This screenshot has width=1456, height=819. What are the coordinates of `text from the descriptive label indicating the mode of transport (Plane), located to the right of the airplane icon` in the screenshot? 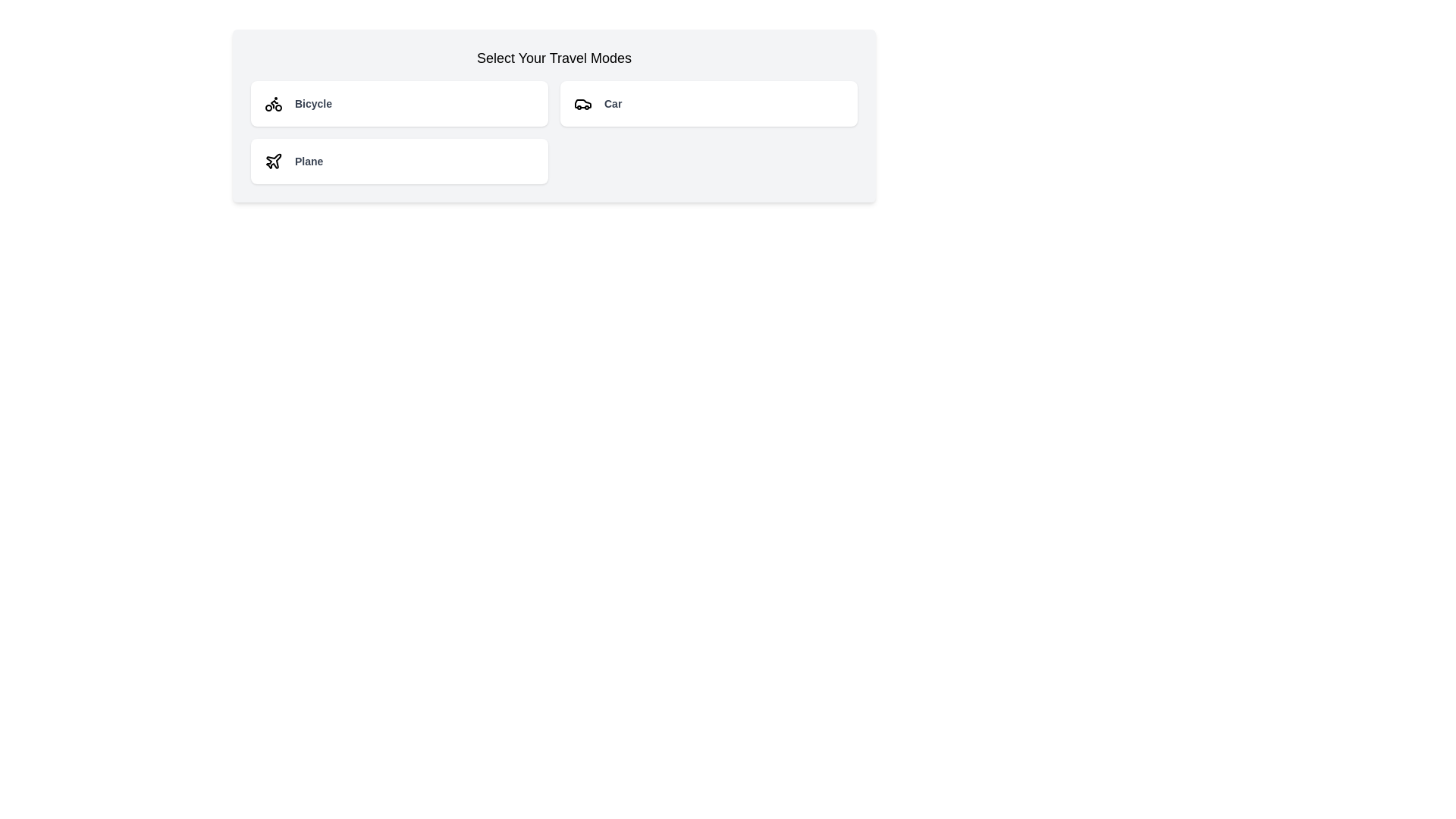 It's located at (308, 161).